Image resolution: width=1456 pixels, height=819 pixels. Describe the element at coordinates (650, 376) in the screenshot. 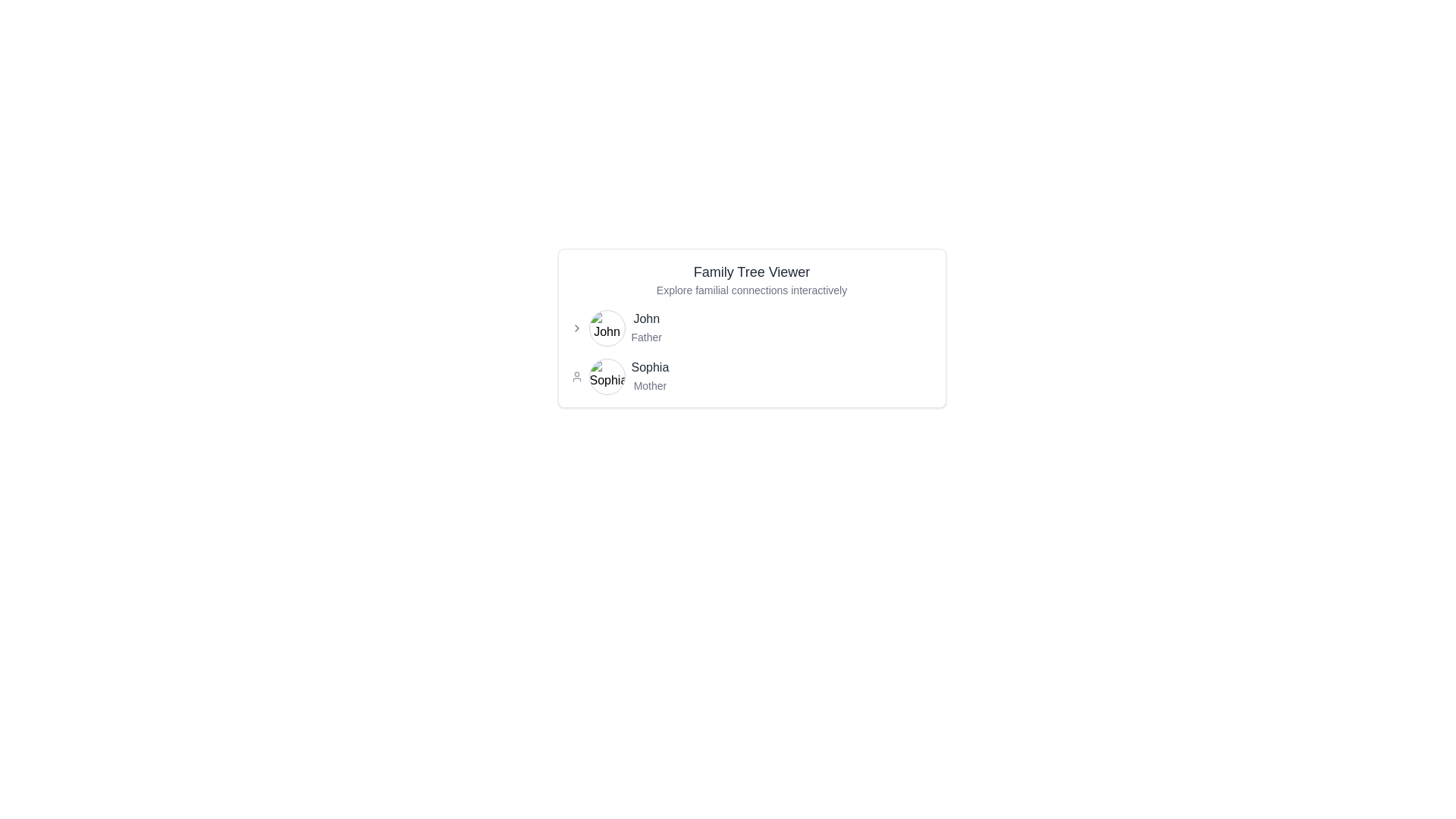

I see `the Textual Display showing 'Sophia' and 'Mother', located beneath the list item for 'John' and next to the user's profile picture icon` at that location.